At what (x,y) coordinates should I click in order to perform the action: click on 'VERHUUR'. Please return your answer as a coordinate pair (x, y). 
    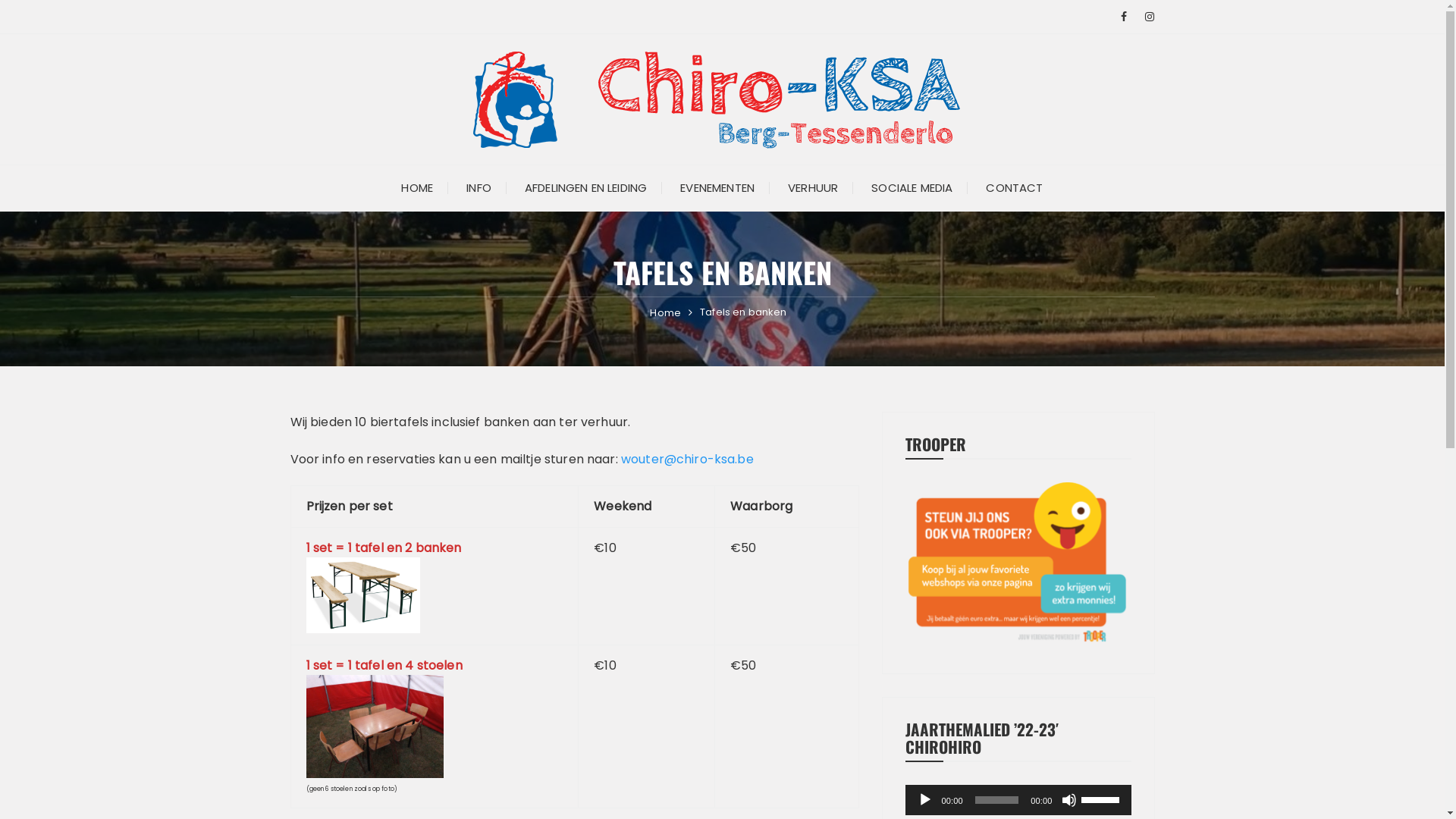
    Looking at the image, I should click on (772, 187).